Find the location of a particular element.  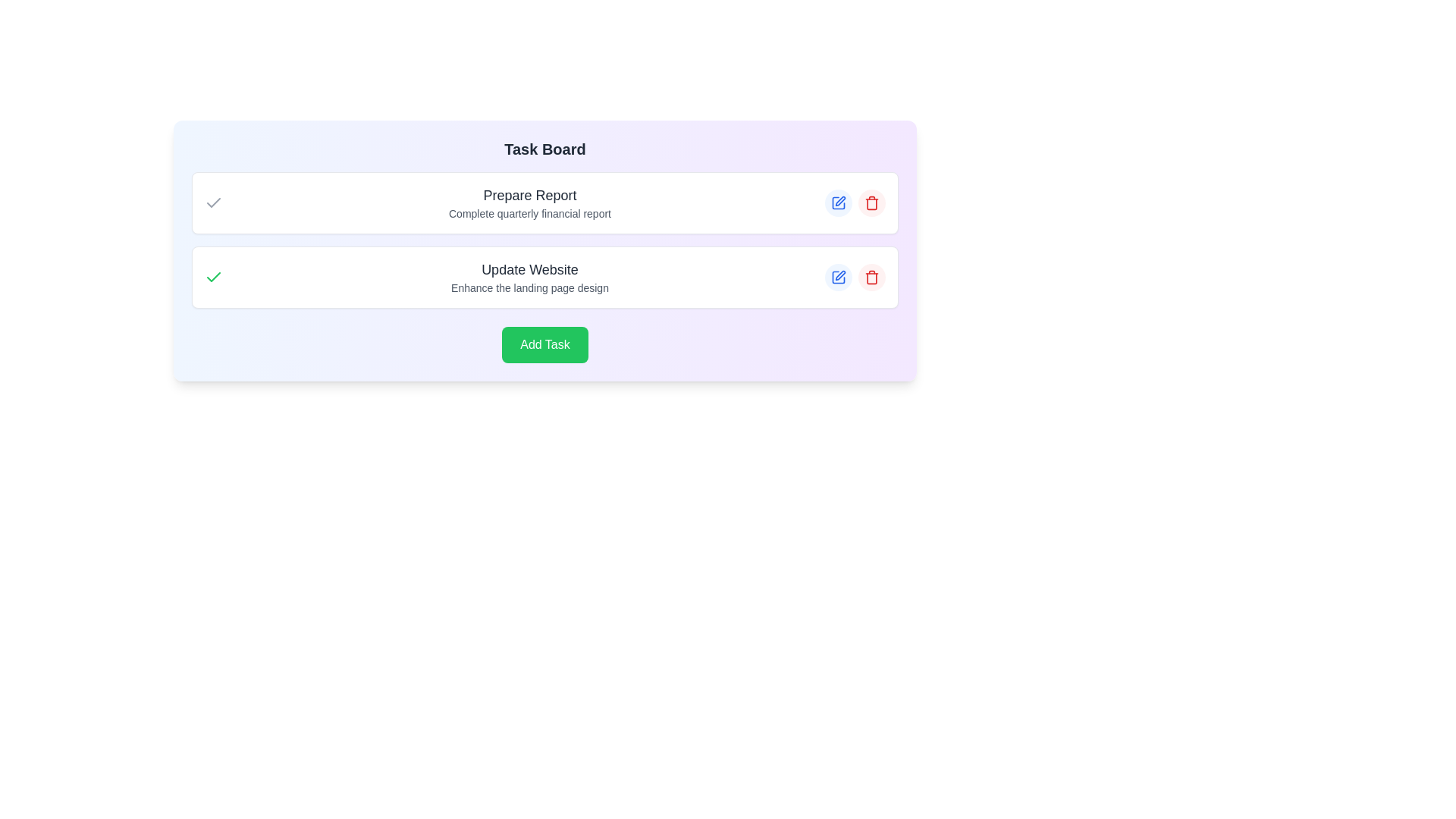

the static text that reads 'Complete quarterly financial report', which is styled in gray and positioned below the 'Prepare Report' heading is located at coordinates (530, 213).